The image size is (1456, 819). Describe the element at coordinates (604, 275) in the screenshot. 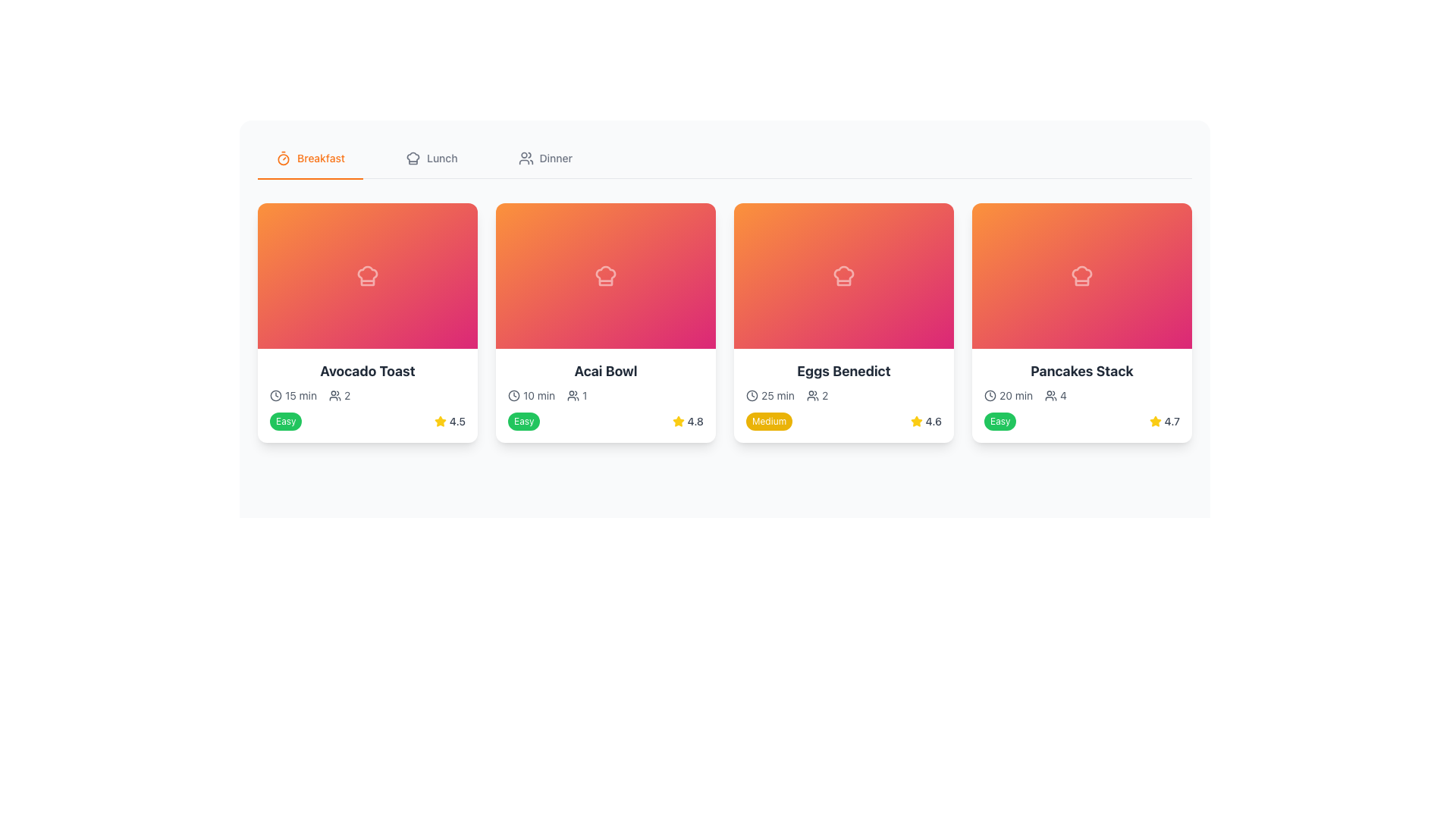

I see `the cooking or recipe themed icon located at the top section of the 'Acai Bowl' card, which is the second card from the left in a horizontal sequence of four cards` at that location.